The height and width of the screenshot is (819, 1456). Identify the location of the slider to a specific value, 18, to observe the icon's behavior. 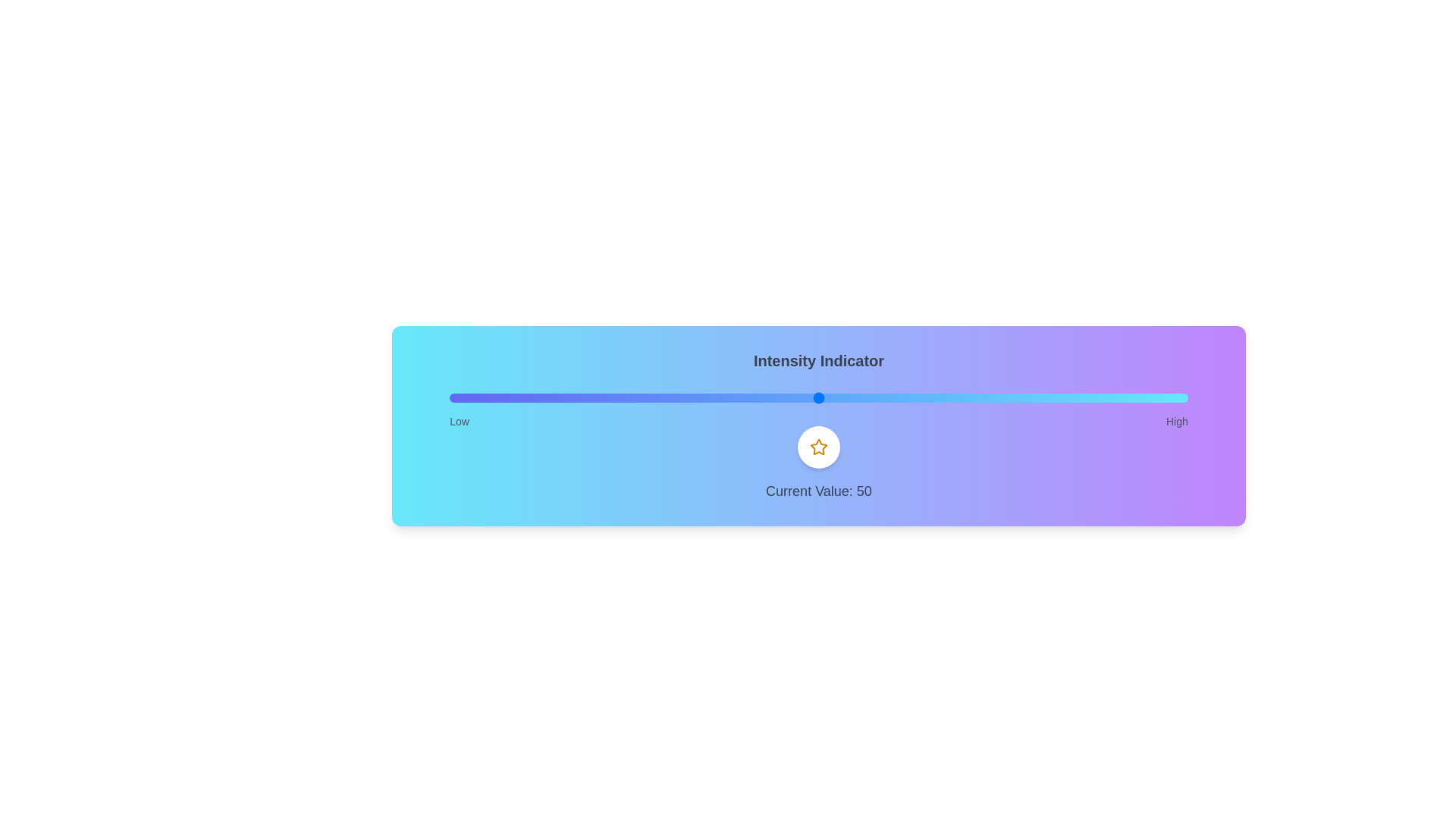
(582, 397).